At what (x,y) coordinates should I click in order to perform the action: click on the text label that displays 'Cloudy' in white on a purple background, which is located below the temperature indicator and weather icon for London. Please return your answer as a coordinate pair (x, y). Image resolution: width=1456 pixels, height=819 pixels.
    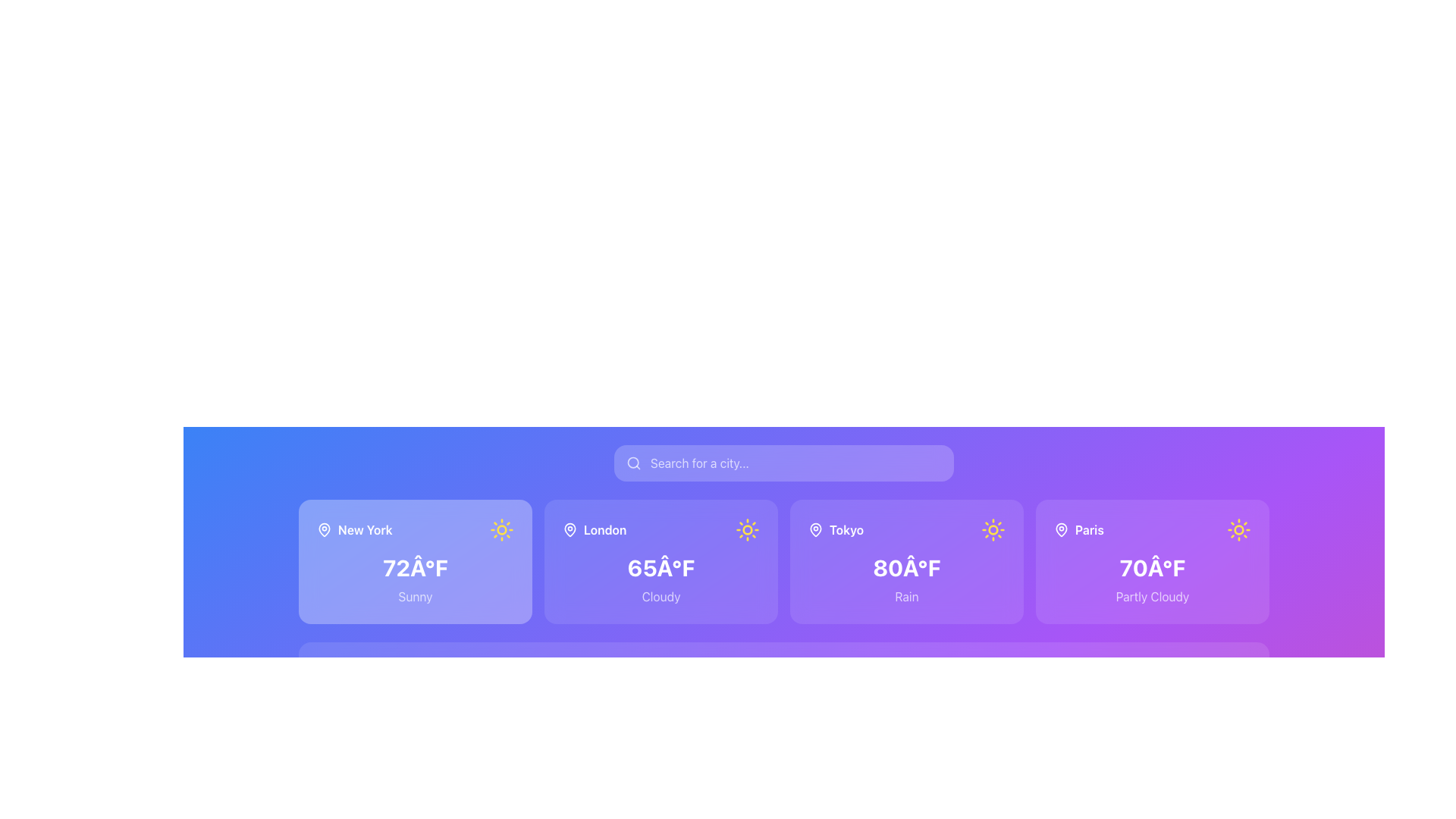
    Looking at the image, I should click on (661, 595).